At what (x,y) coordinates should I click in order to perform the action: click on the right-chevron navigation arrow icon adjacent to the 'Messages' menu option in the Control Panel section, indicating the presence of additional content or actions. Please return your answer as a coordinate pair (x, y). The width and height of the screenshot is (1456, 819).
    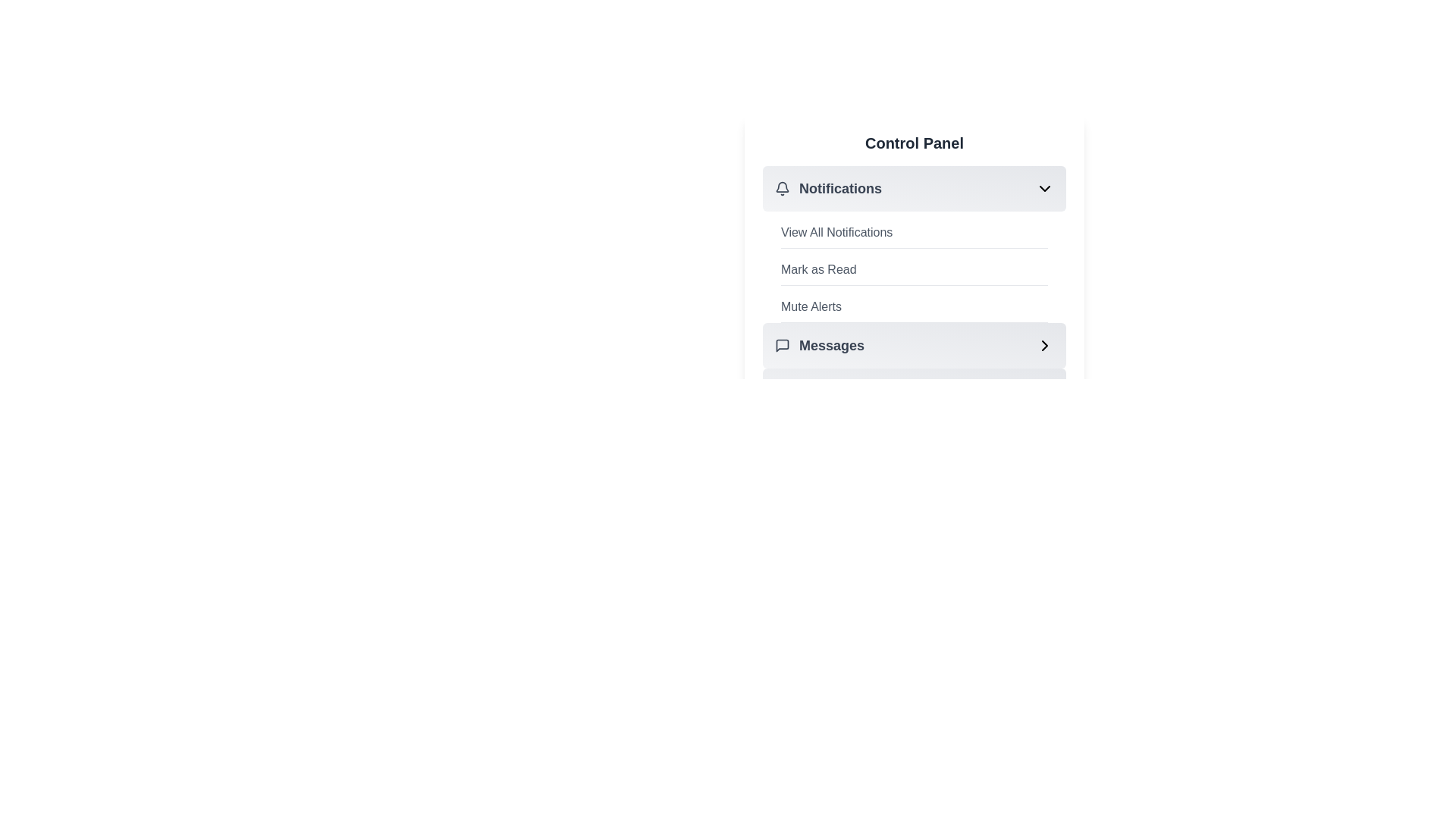
    Looking at the image, I should click on (1043, 345).